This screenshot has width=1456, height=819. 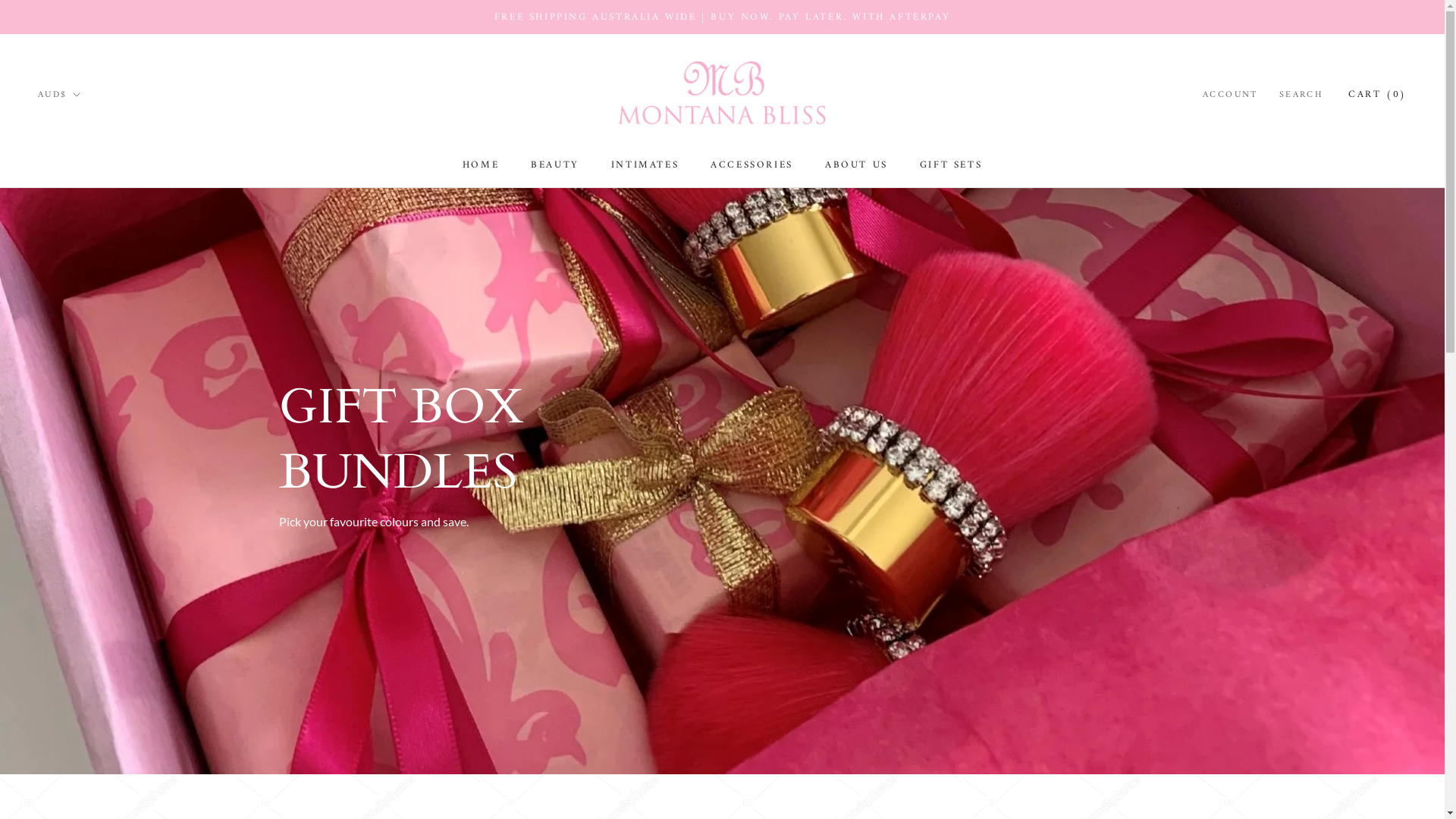 I want to click on 'HOME, so click(x=479, y=165).